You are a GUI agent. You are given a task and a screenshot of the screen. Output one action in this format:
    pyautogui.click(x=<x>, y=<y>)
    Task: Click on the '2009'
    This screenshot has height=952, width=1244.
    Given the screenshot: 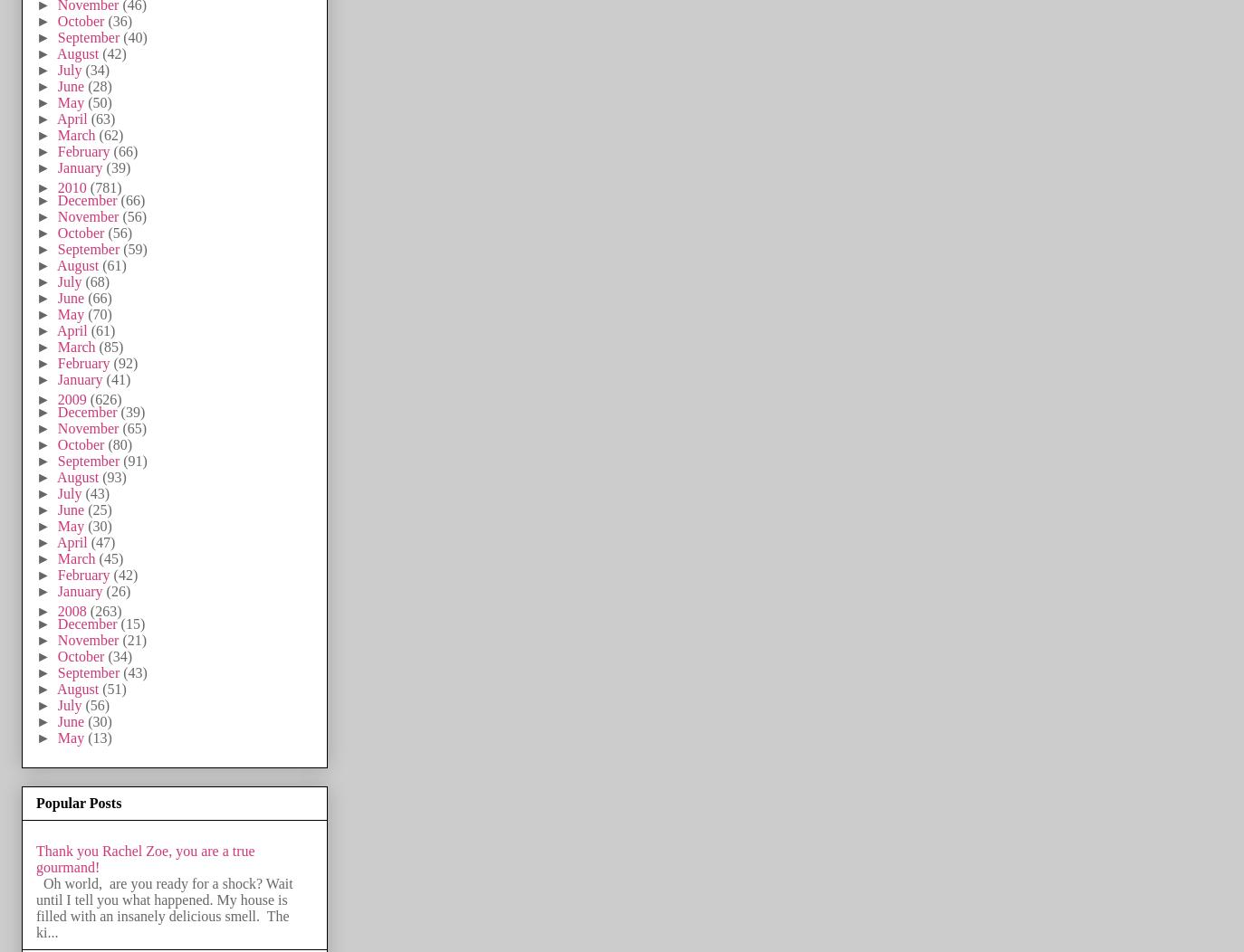 What is the action you would take?
    pyautogui.click(x=72, y=398)
    